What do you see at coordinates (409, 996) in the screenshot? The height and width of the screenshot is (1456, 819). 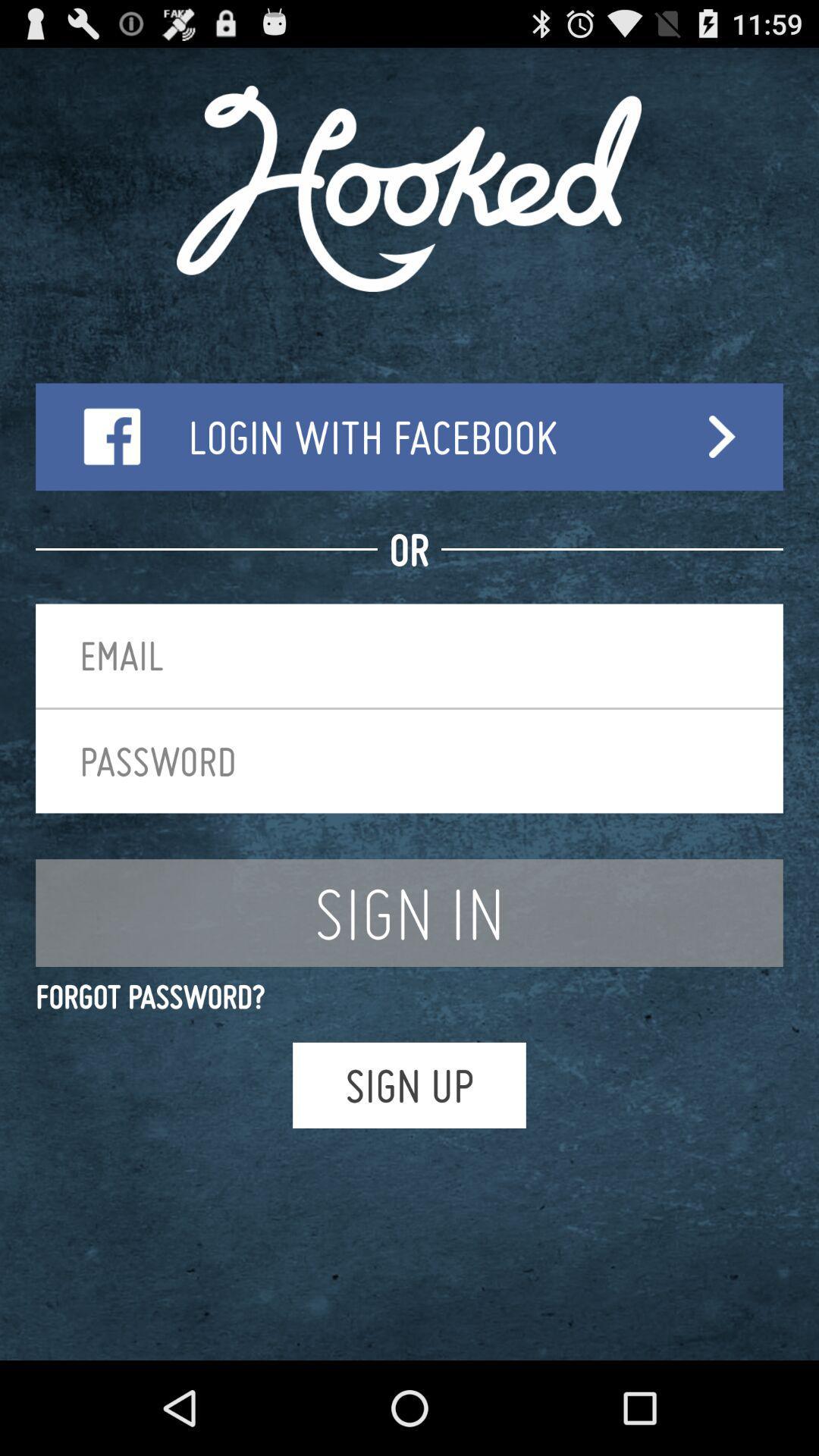 I see `the forgot password? app` at bounding box center [409, 996].